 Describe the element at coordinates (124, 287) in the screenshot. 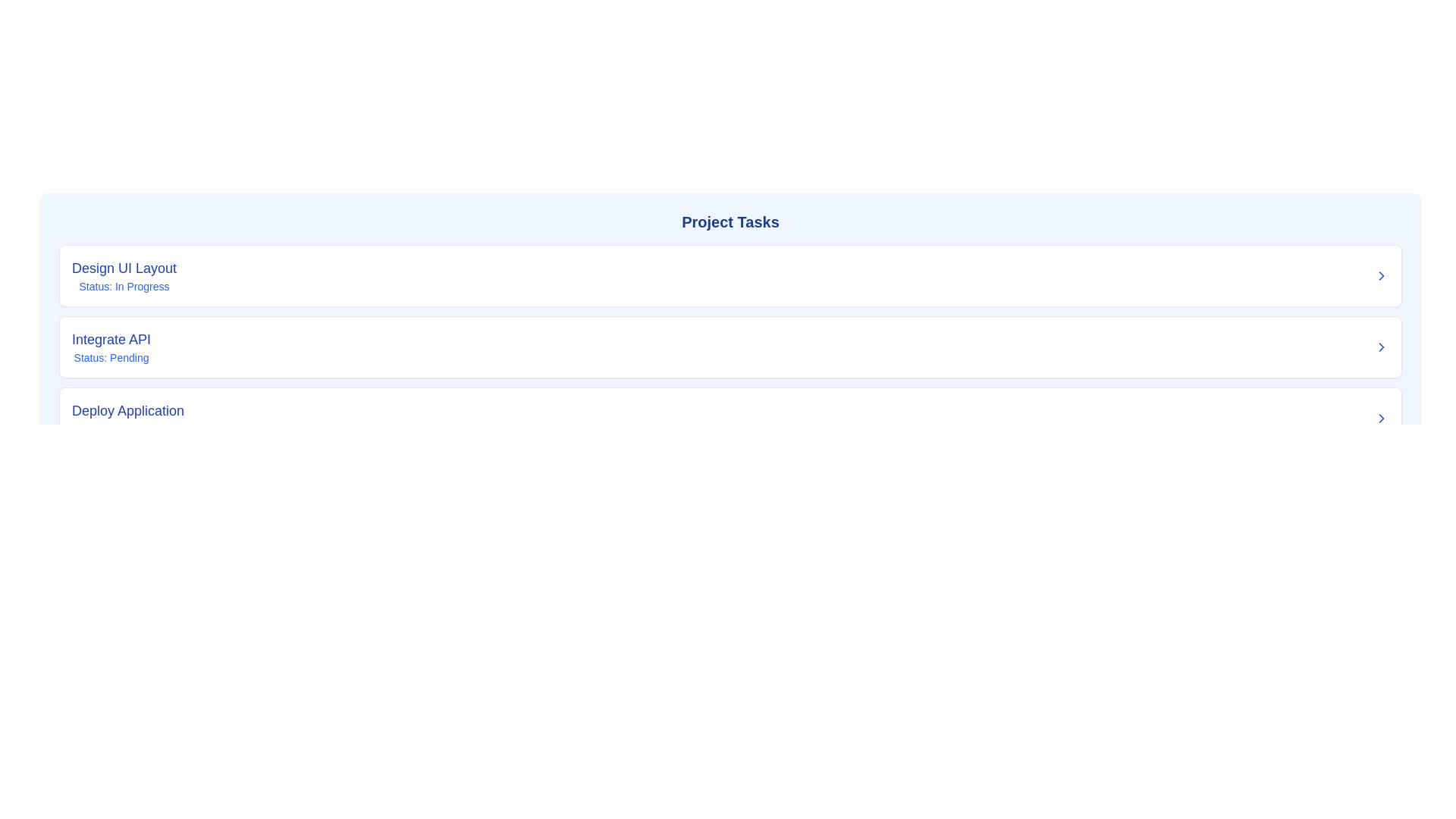

I see `the small text label displaying 'Status: In Progress', which is located below the 'Design UI Layout' title in the task card` at that location.